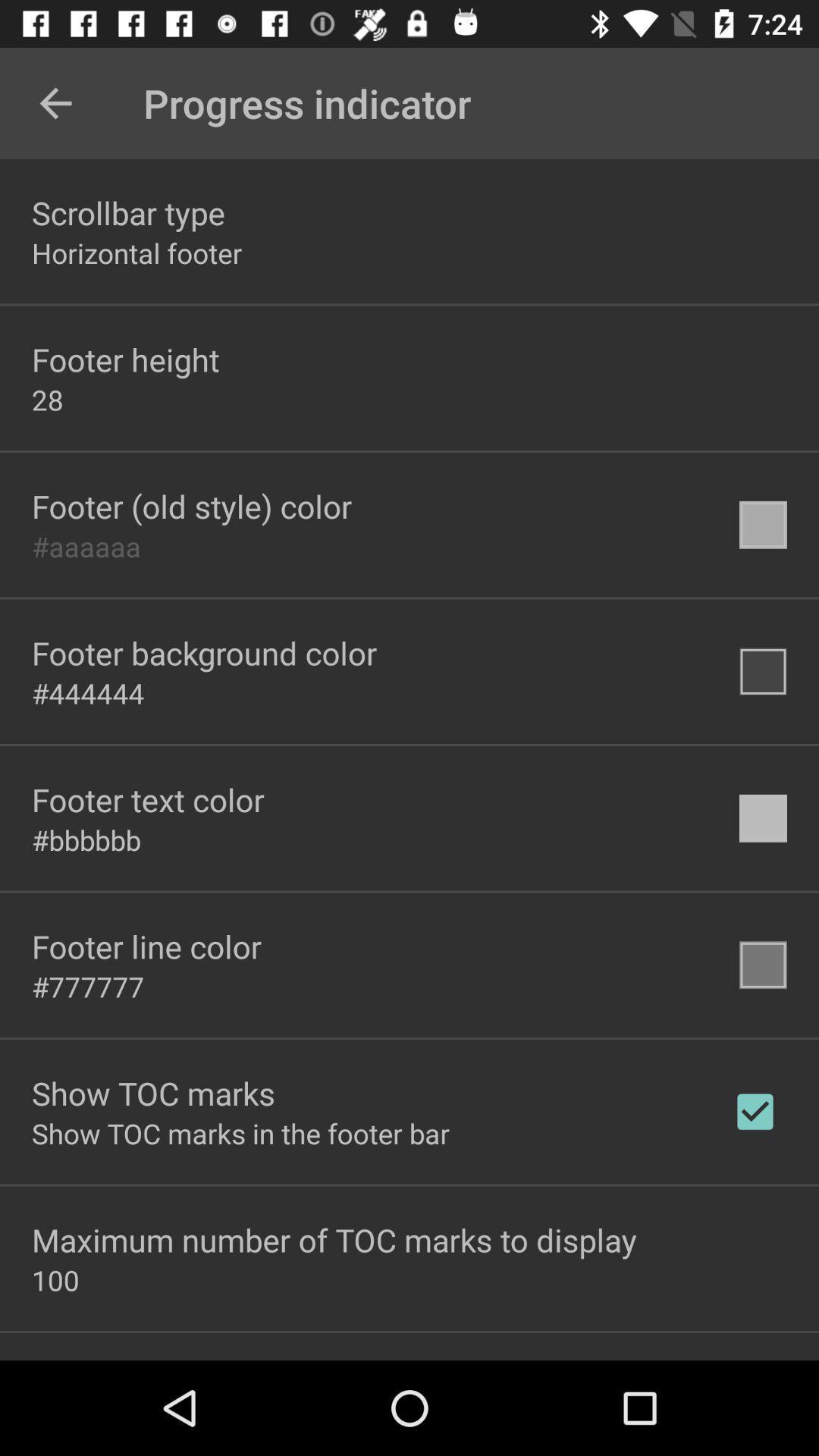 This screenshot has width=819, height=1456. I want to click on the #aaaaaa icon, so click(86, 546).